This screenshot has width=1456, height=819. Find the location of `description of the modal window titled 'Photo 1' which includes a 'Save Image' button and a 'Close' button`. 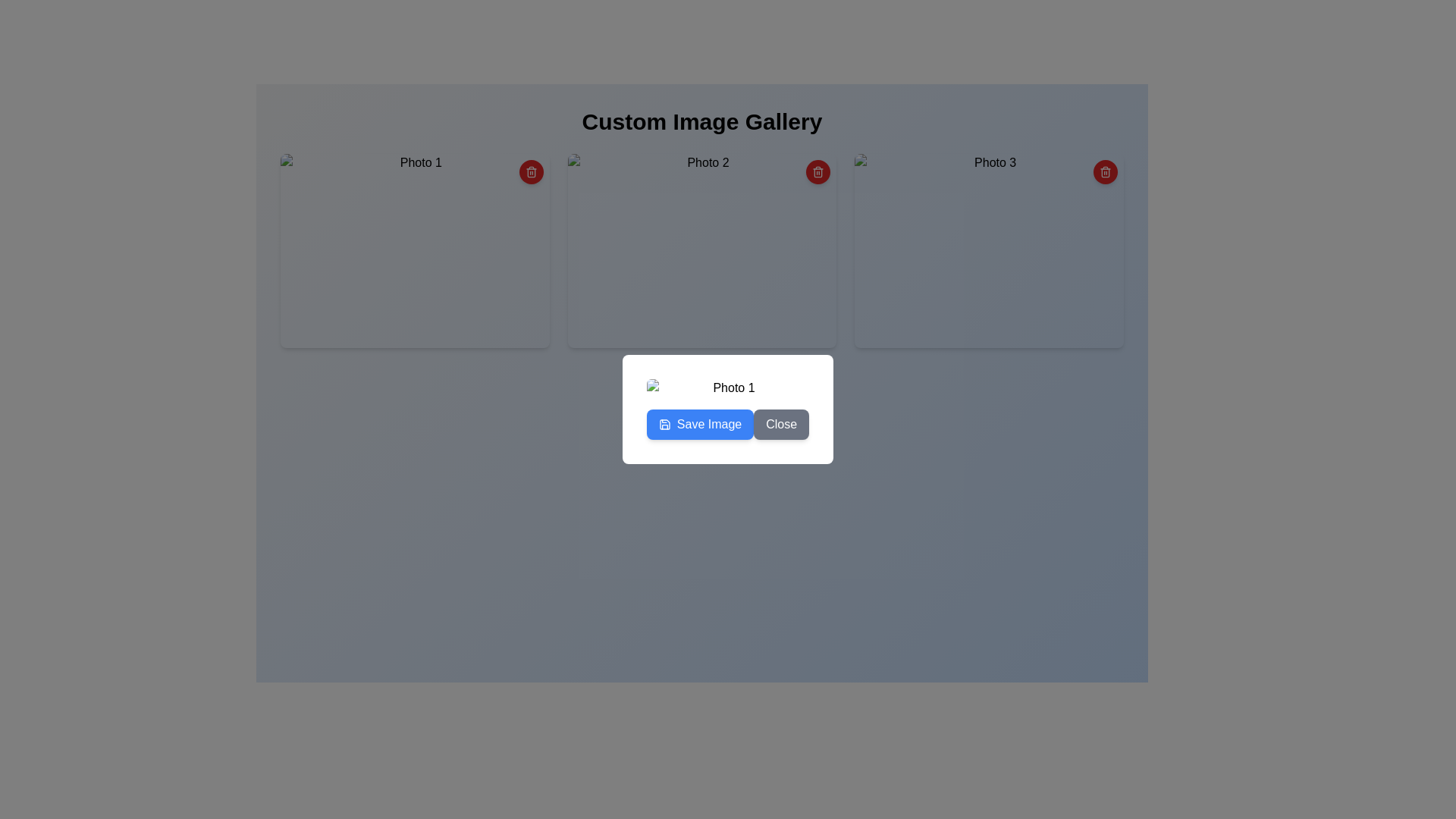

description of the modal window titled 'Photo 1' which includes a 'Save Image' button and a 'Close' button is located at coordinates (728, 409).